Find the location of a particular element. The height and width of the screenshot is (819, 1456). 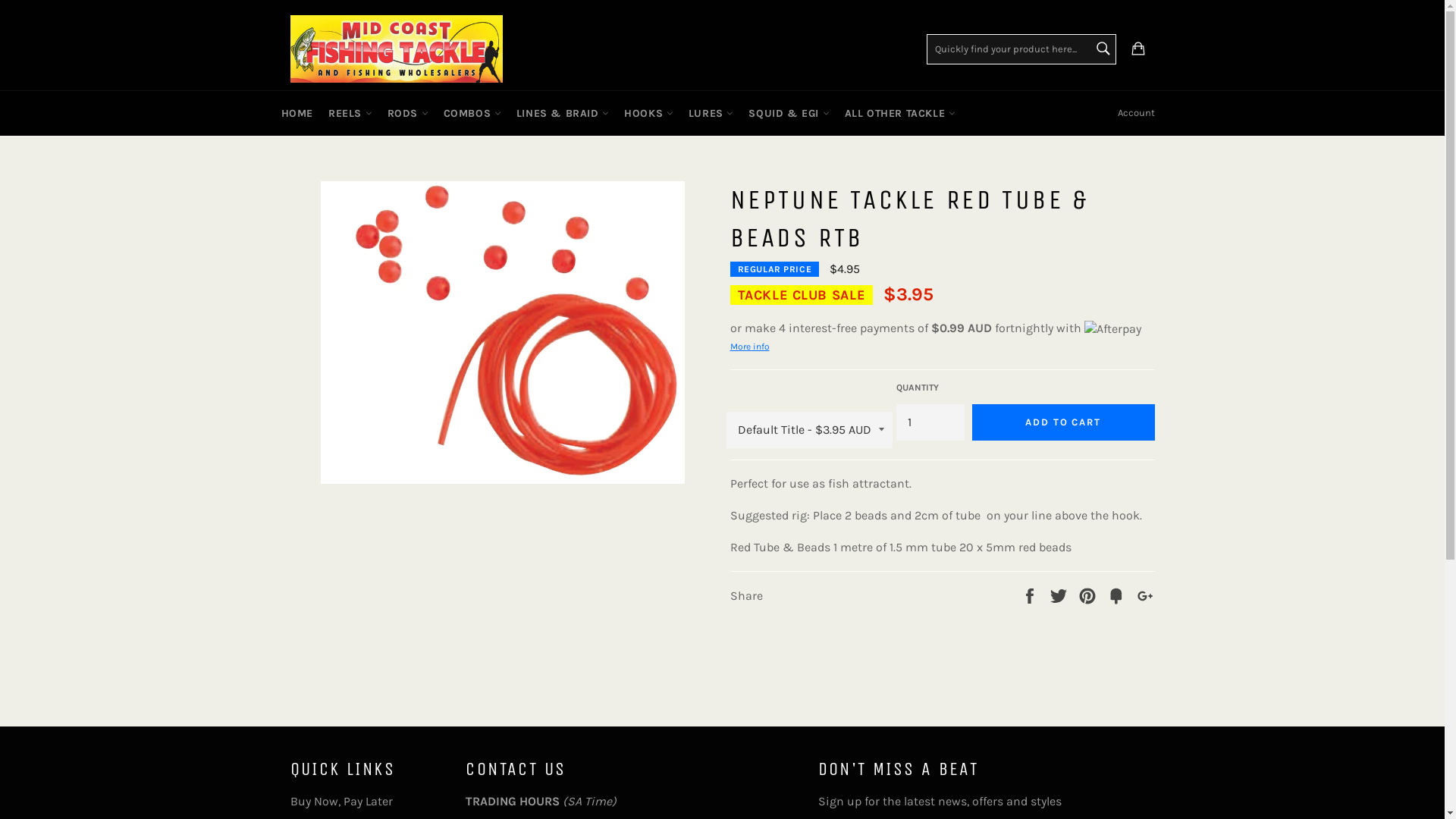

'REELS' is located at coordinates (349, 112).